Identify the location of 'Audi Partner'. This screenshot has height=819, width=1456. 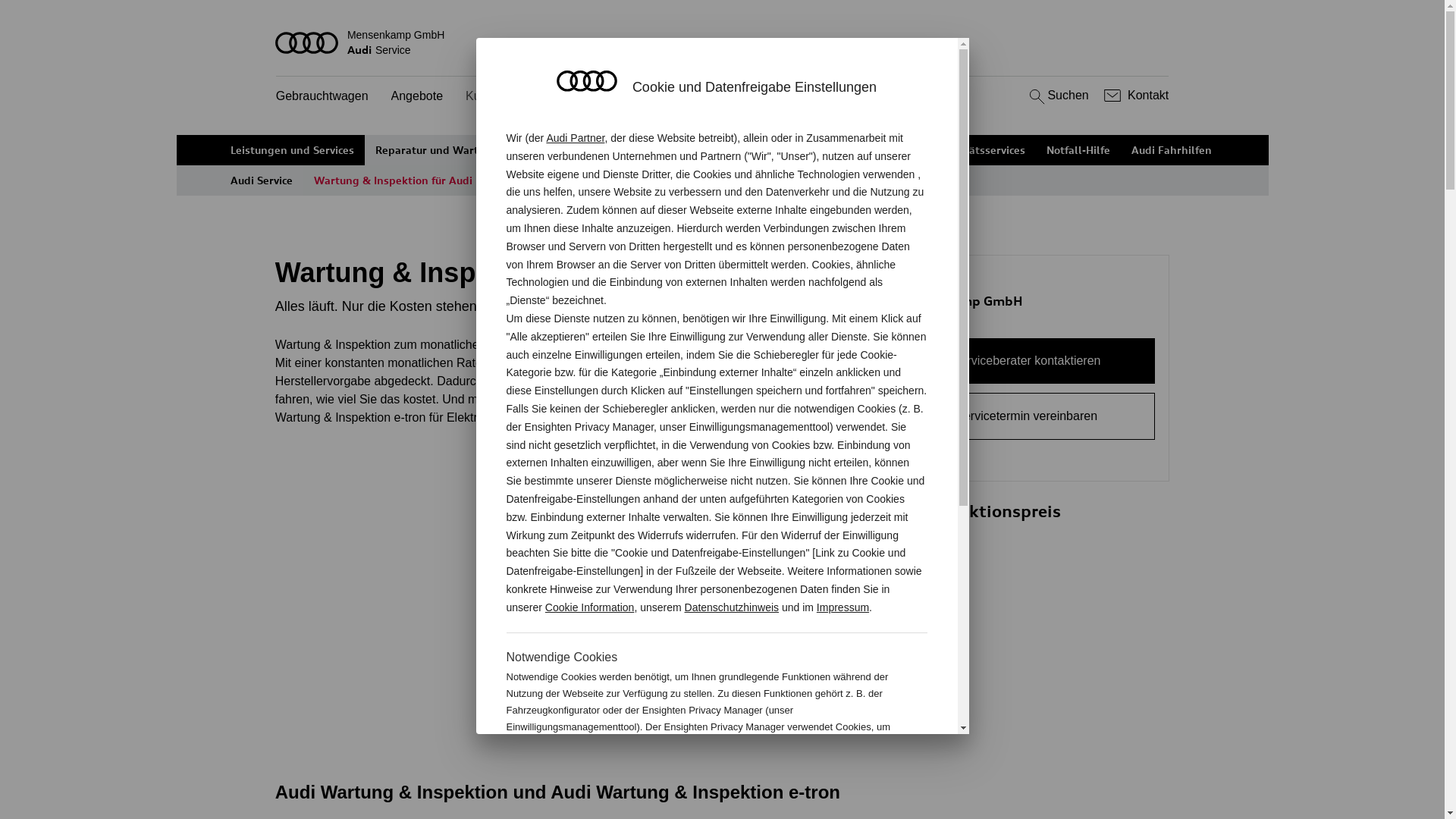
(546, 137).